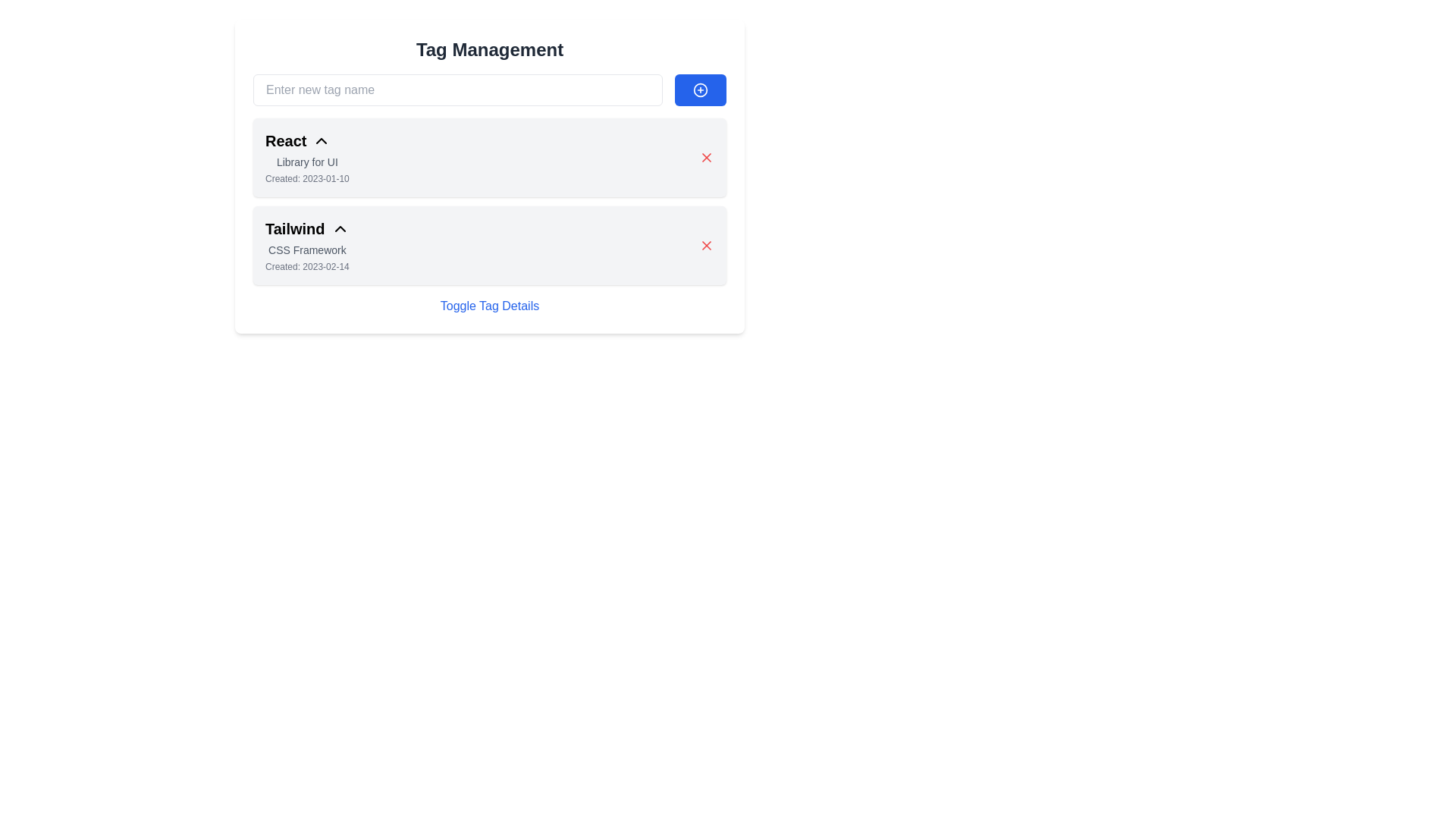 Image resolution: width=1456 pixels, height=819 pixels. I want to click on the small upward-pointing chevron icon located to the right of the text 'Tailwind', so click(338, 228).